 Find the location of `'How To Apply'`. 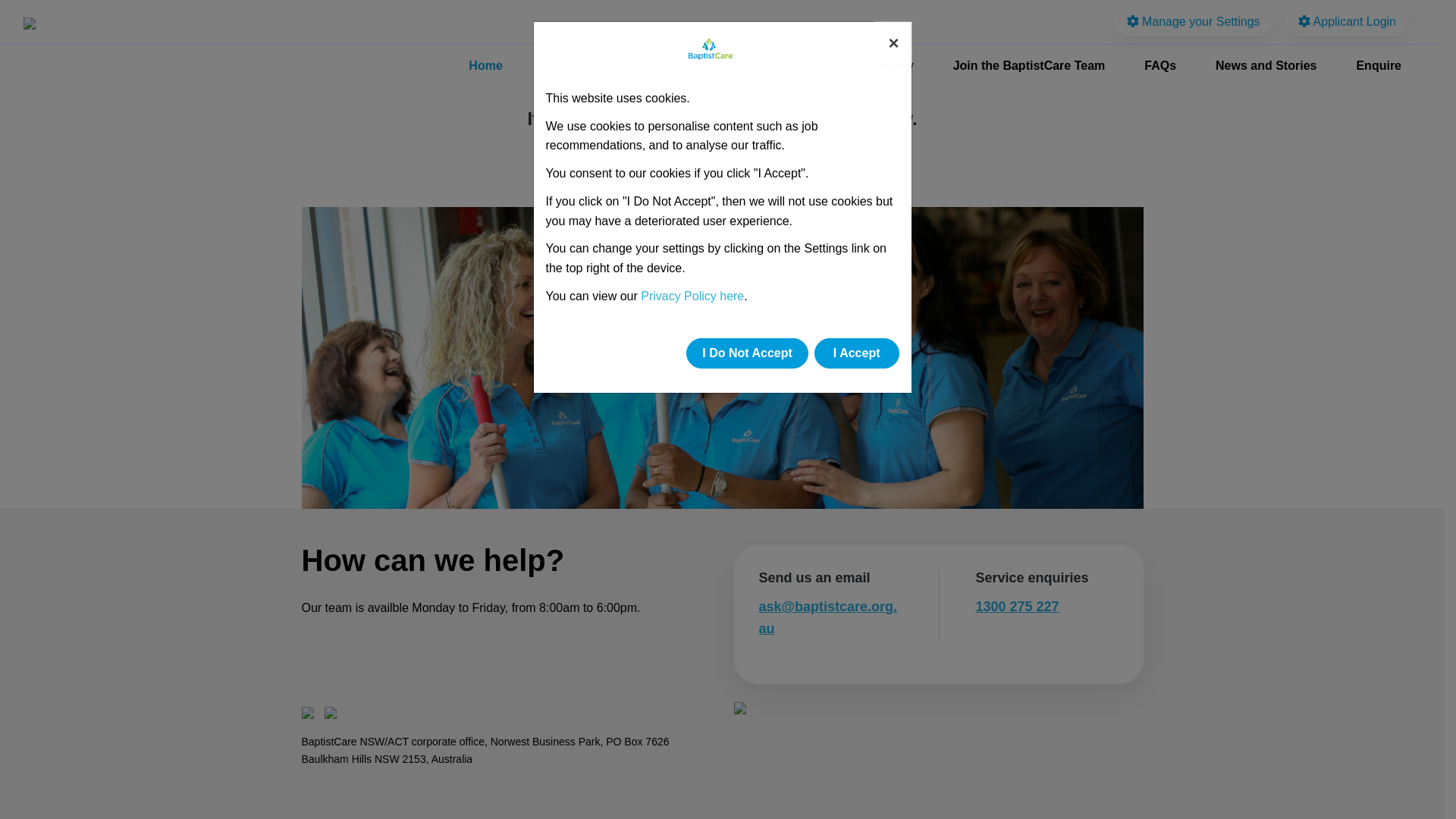

'How To Apply' is located at coordinates (821, 65).